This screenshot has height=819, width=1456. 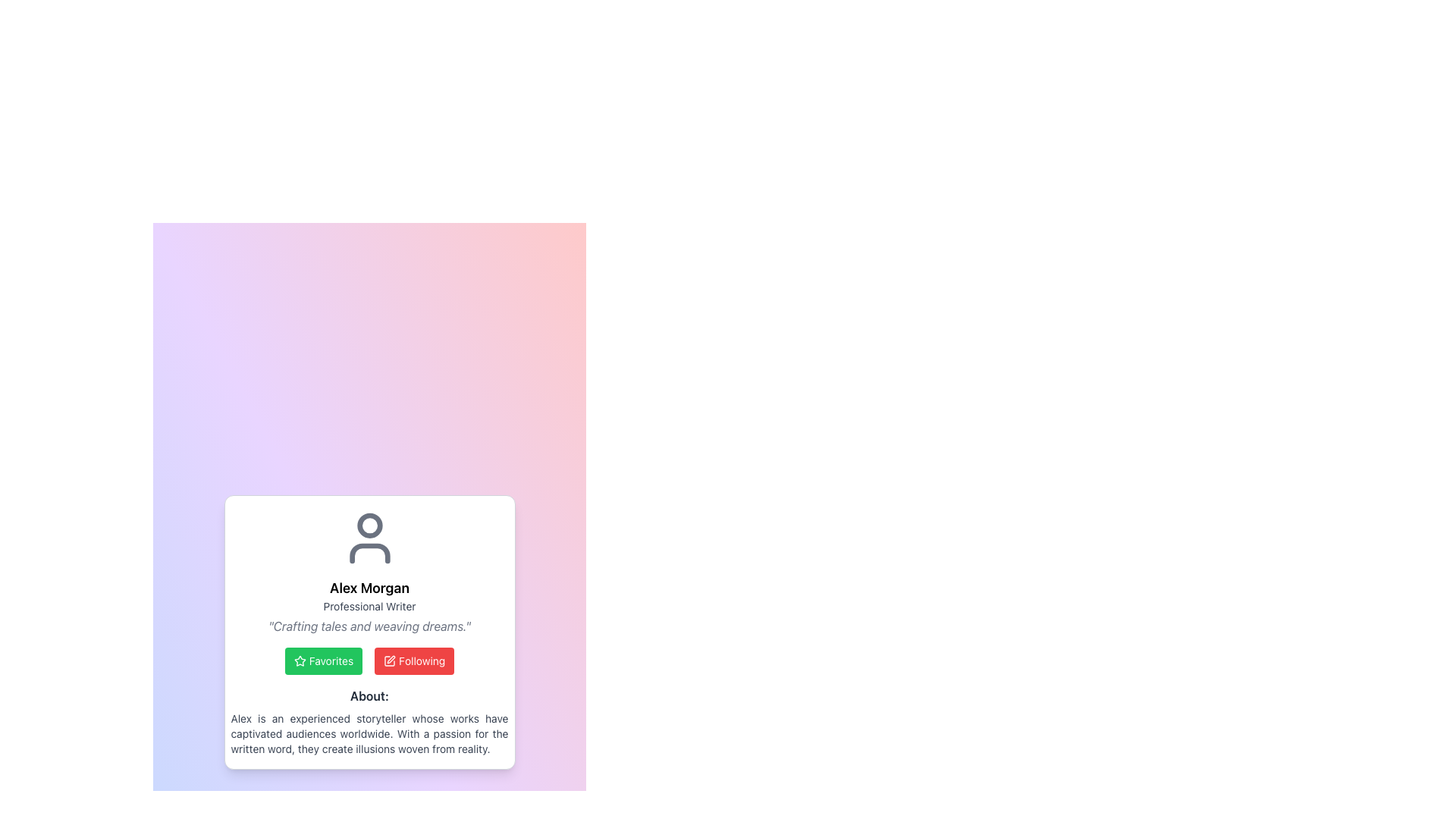 I want to click on the italic gray text label reading 'Crafting tales and weaving dreams' that is positioned below the 'Professional Writer' designation, so click(x=369, y=626).